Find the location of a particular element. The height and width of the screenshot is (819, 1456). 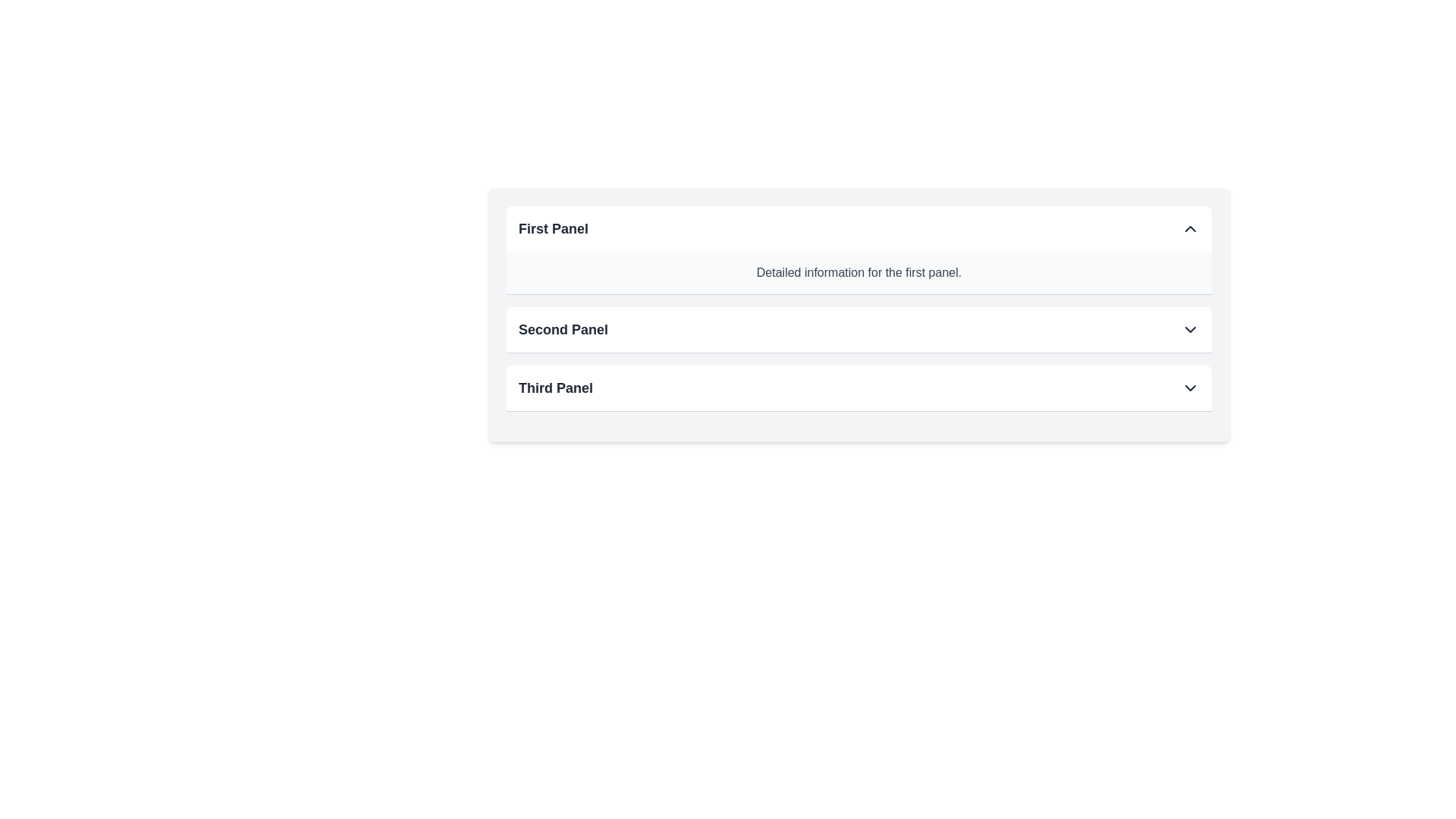

the third collapsible panel header is located at coordinates (858, 388).